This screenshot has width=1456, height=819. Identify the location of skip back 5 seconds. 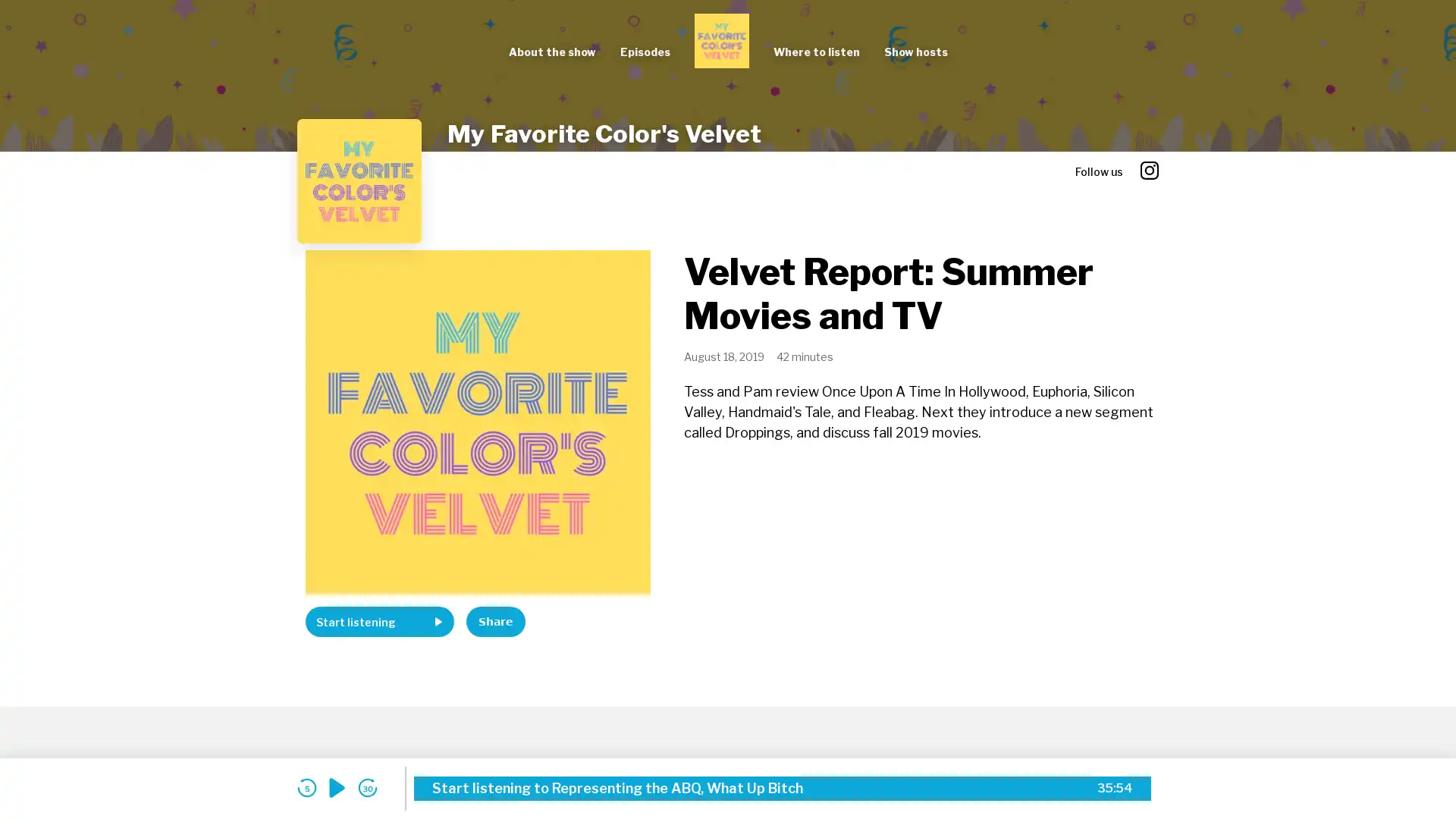
(306, 787).